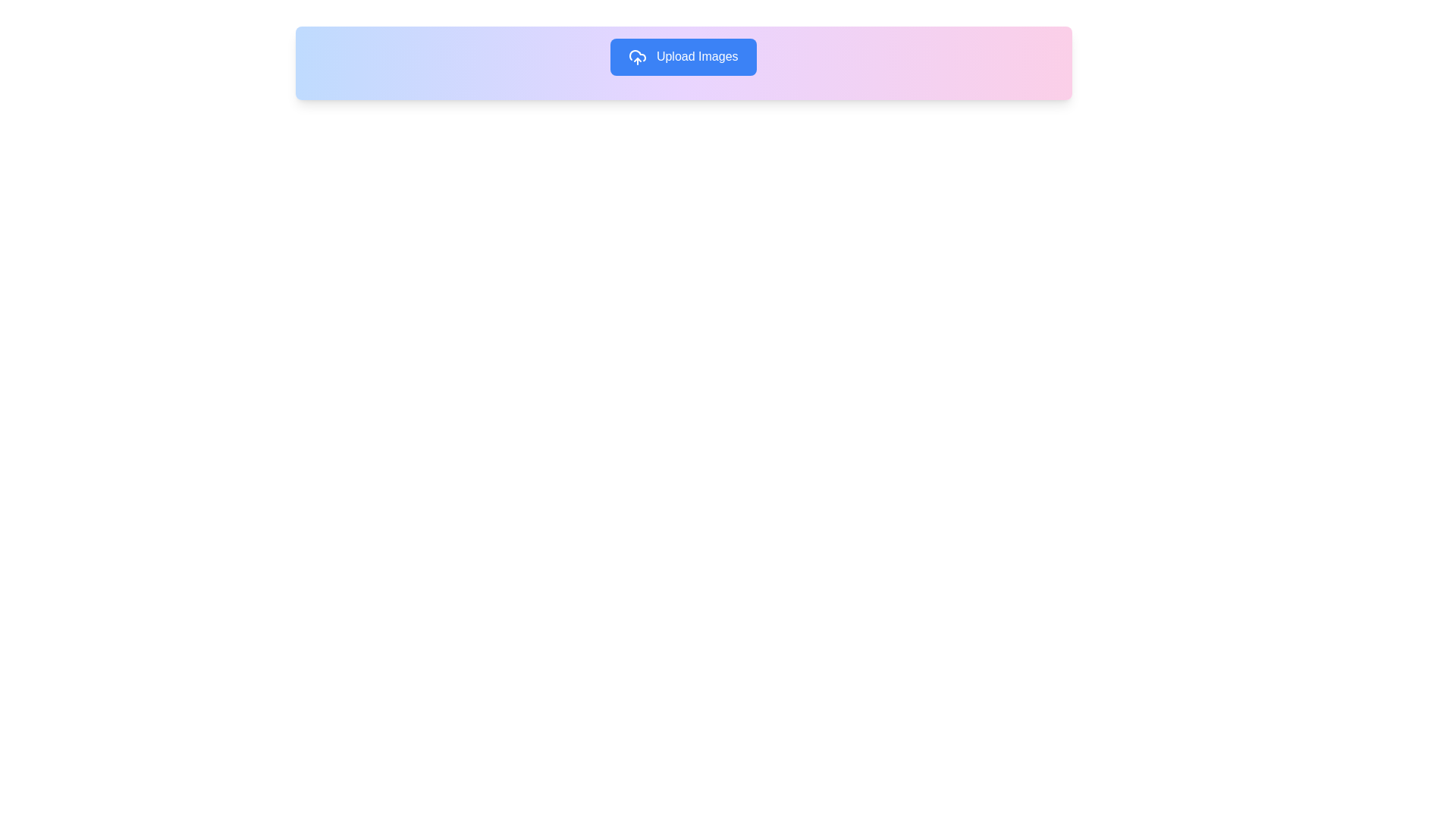 This screenshot has width=1456, height=819. I want to click on the cloud icon with an upward arrow on the blue button labeled 'Upload Images', so click(638, 56).